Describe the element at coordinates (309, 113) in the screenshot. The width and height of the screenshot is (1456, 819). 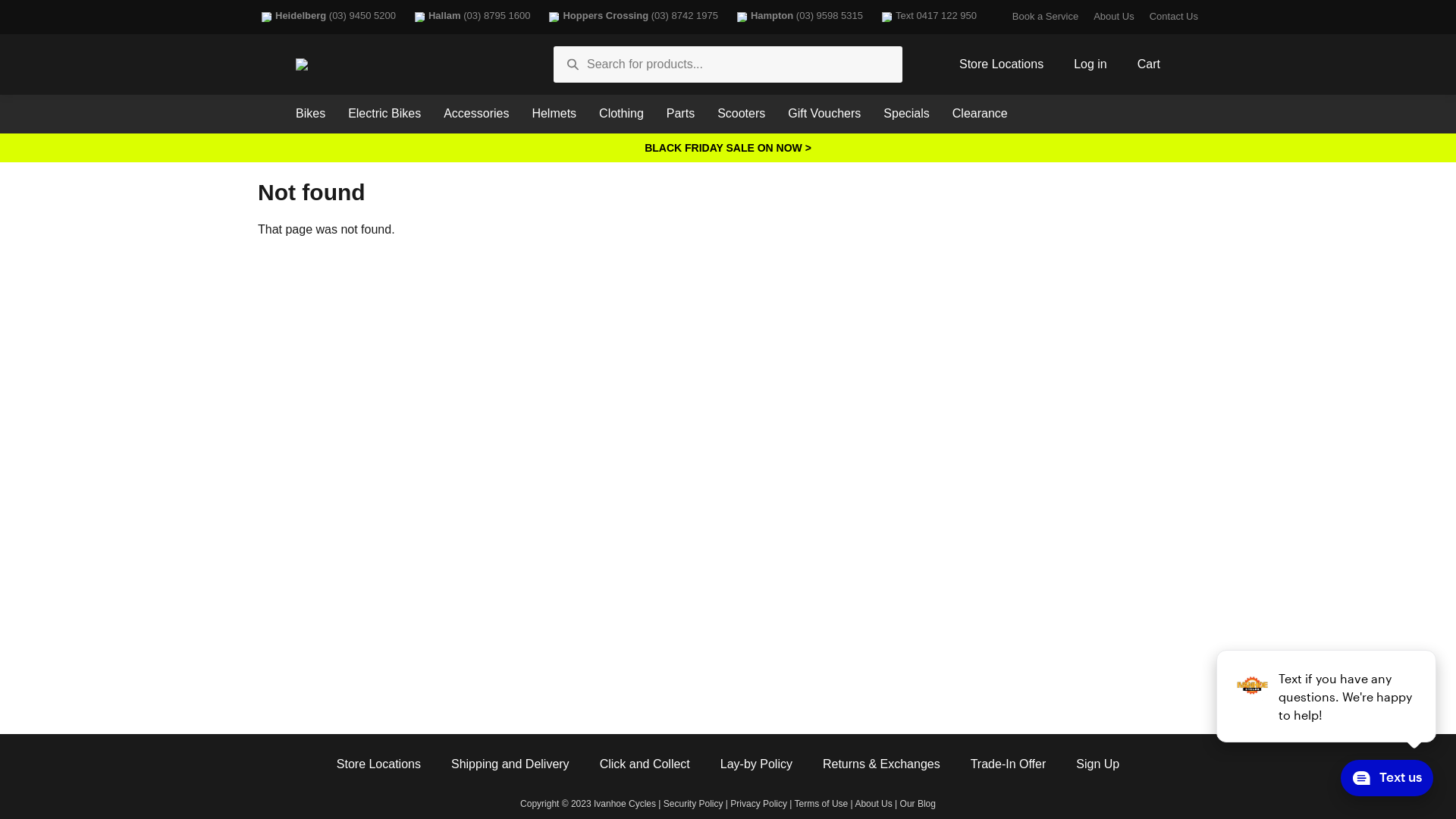
I see `'Bikes'` at that location.